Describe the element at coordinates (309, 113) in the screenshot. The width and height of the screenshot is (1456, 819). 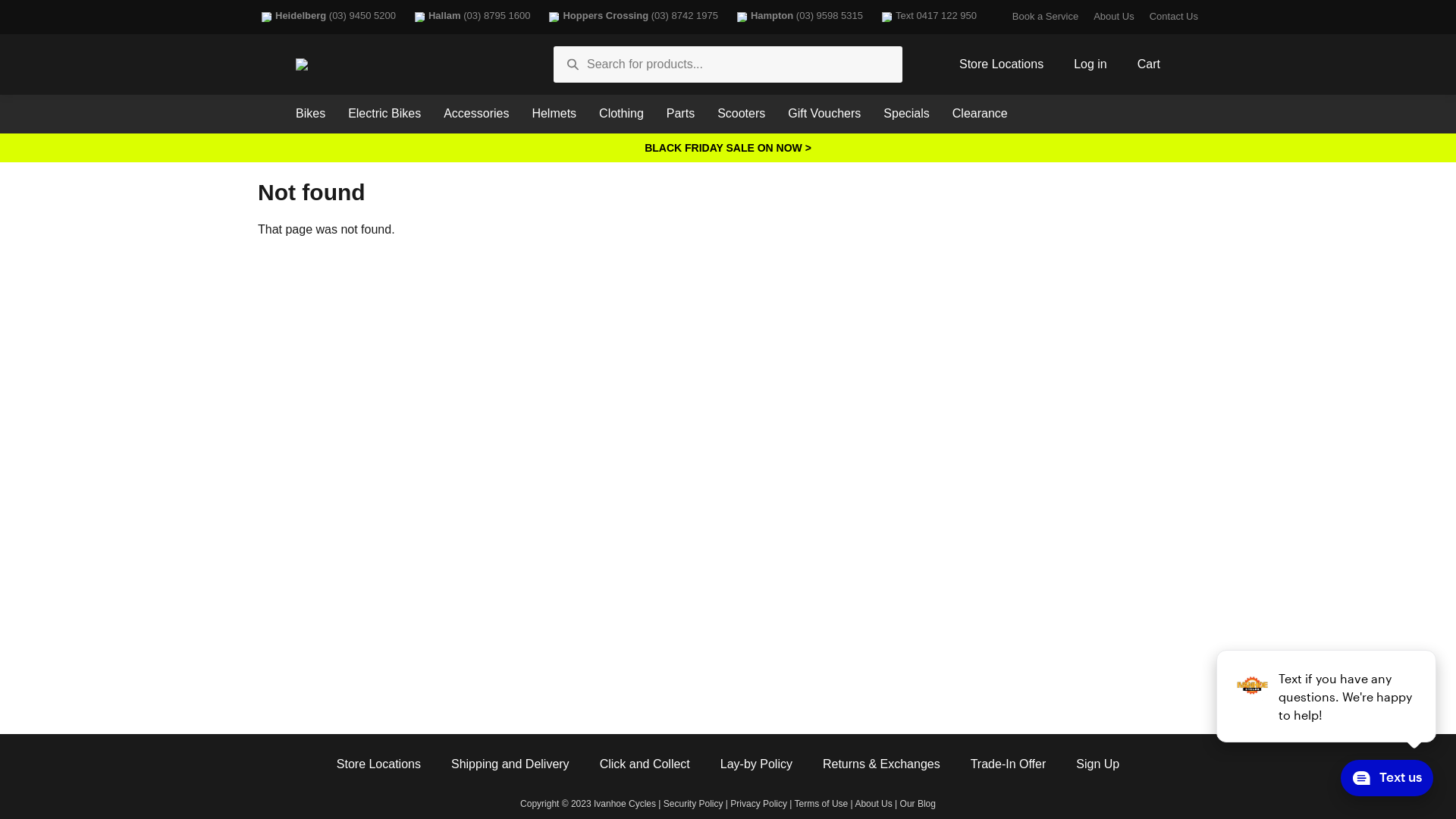
I see `'Bikes'` at that location.